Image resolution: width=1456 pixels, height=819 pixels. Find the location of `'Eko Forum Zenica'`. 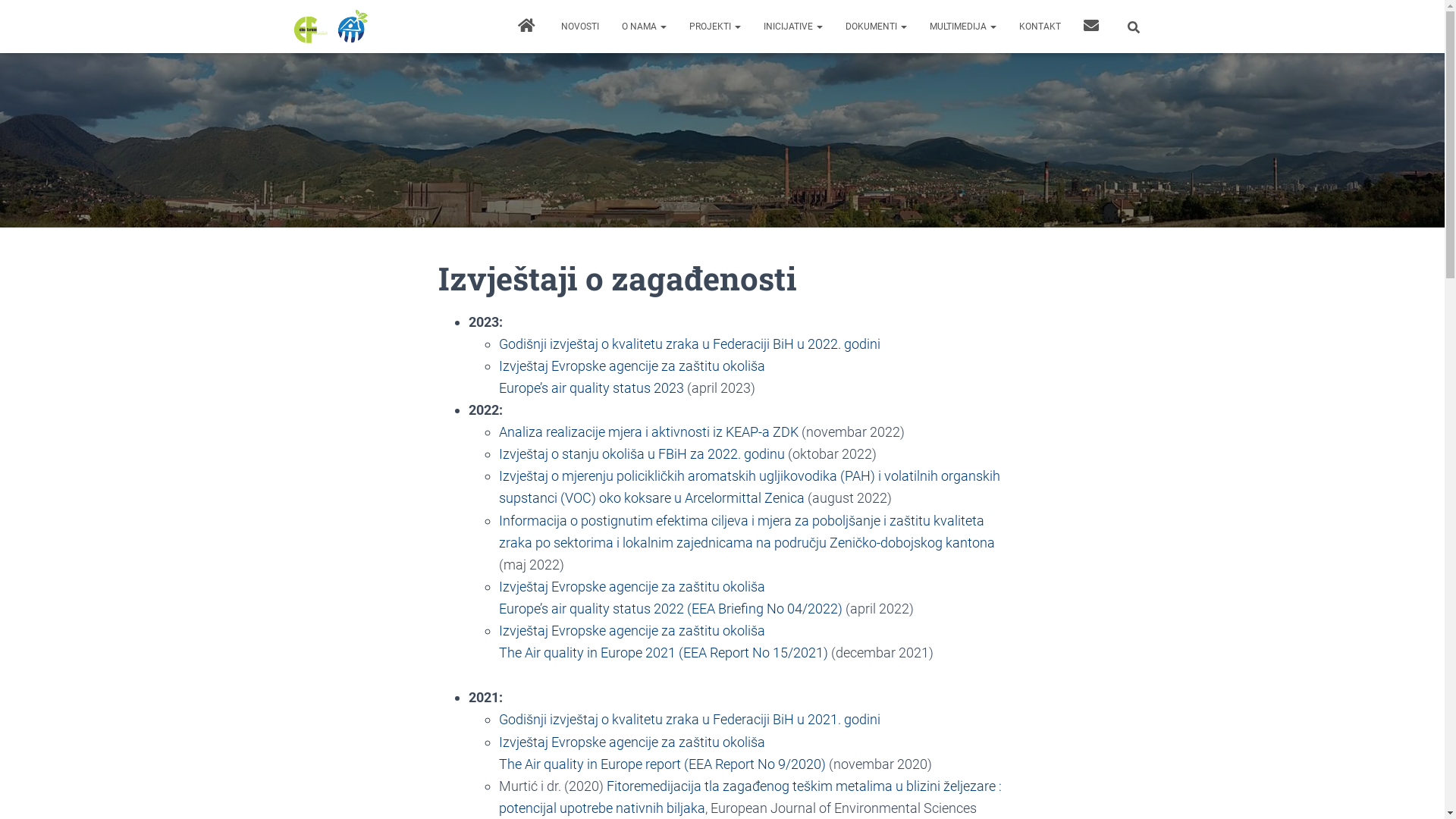

'Eko Forum Zenica' is located at coordinates (330, 26).